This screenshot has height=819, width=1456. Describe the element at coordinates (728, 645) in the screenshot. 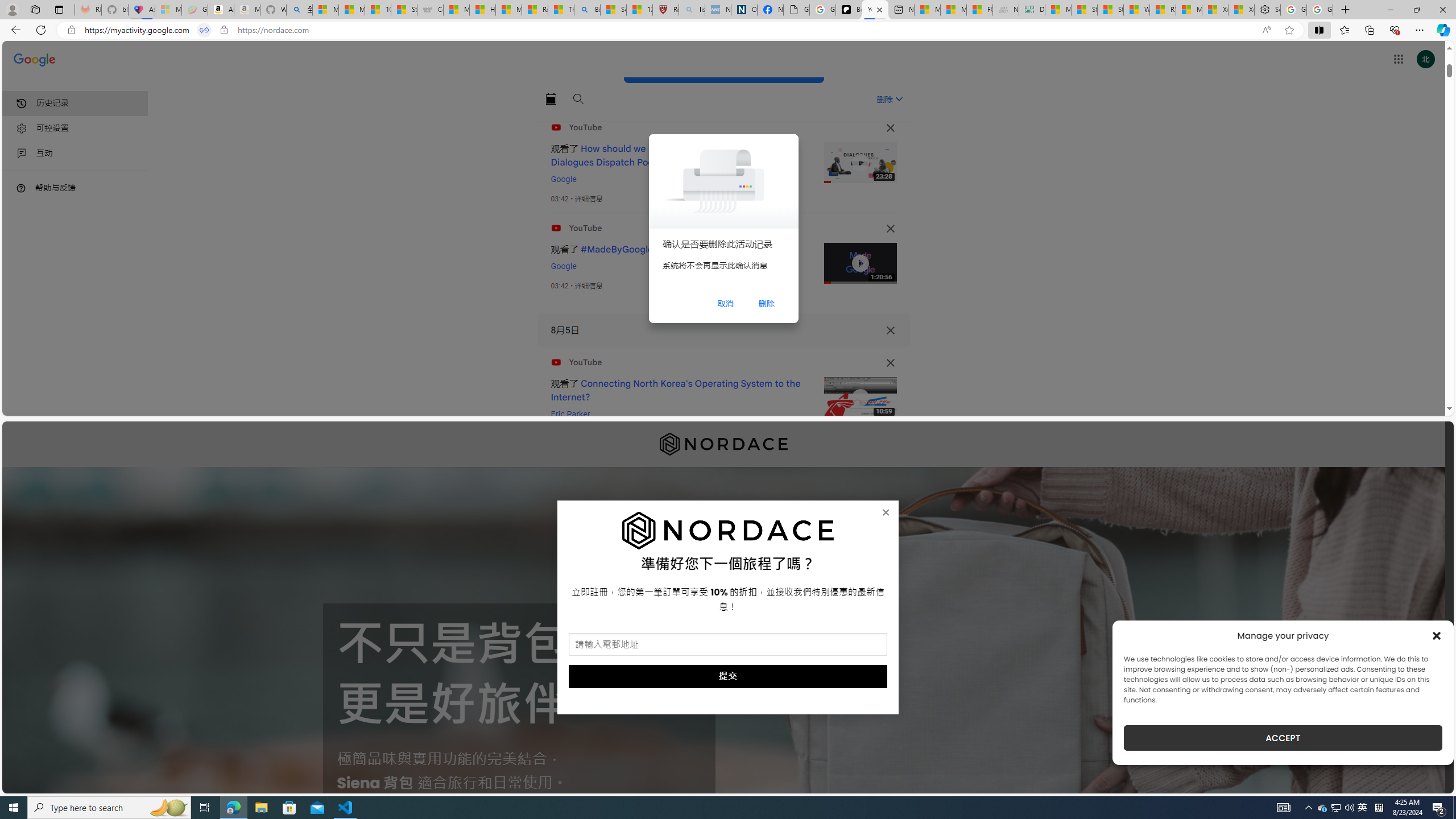

I see `'AutomationID: field_5_1'` at that location.